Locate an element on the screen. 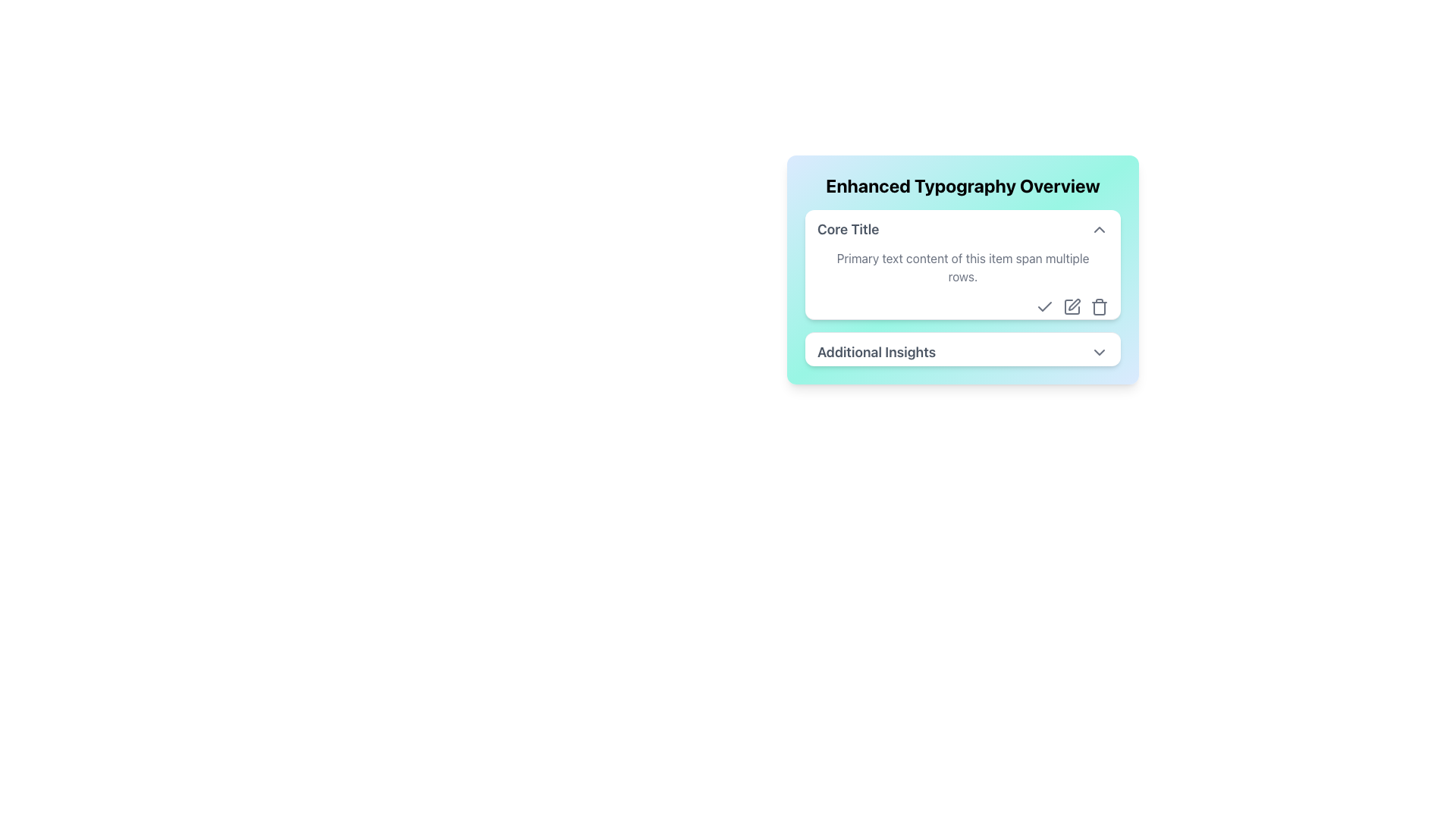 This screenshot has width=1456, height=819. the chevron icon button located at the rightmost end of the 'Additional Insights' section is located at coordinates (1099, 353).